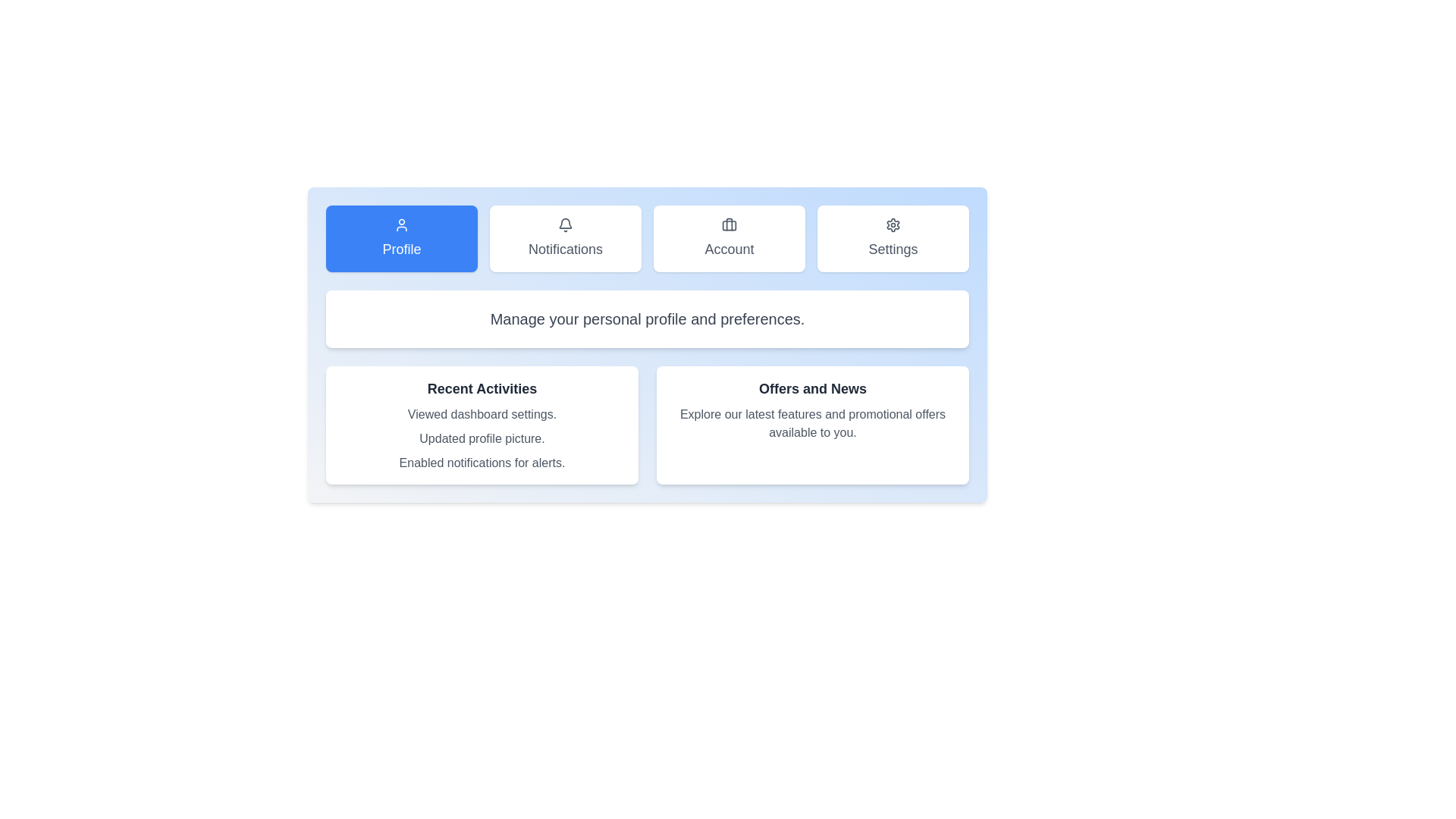  I want to click on the Informative card titled 'Offers and News', which is a light gray box with rounded corners, containing a bold title and a gray description, located in the second row of a two-column grid layout, so click(811, 425).